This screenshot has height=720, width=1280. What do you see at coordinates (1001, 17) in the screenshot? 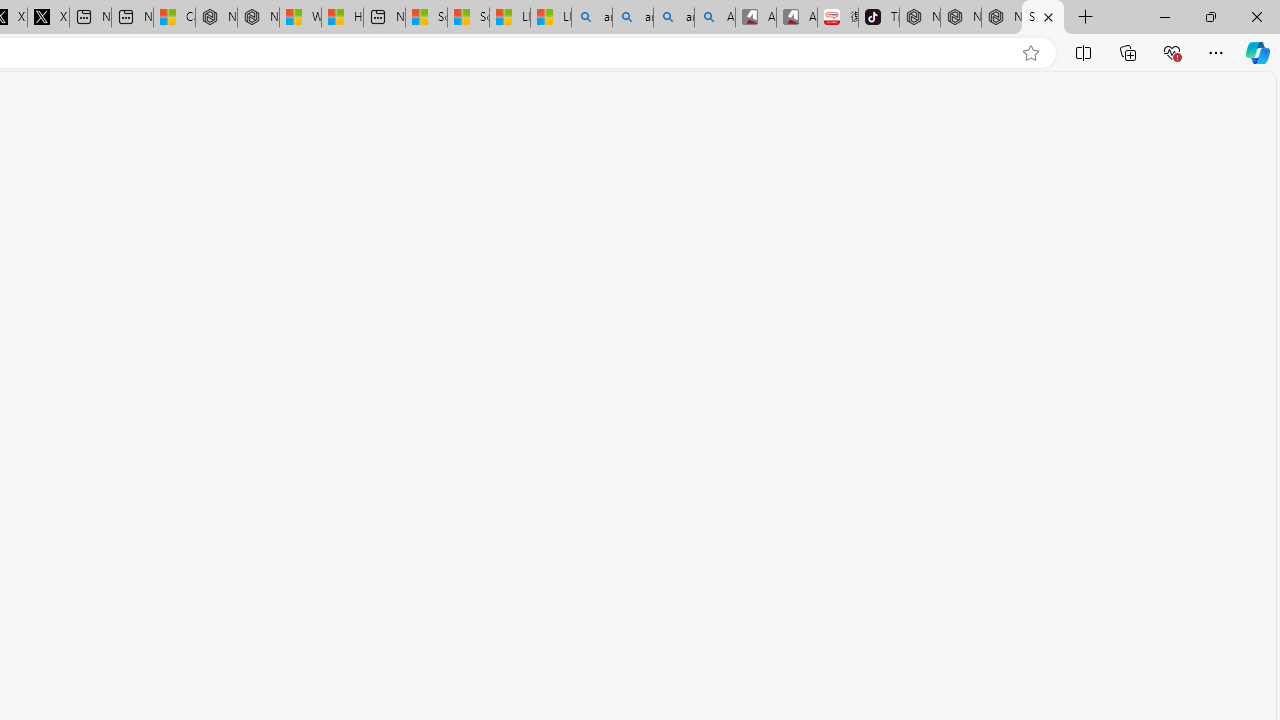
I see `'Nordace - Siena Pro 15 Essential Set'` at bounding box center [1001, 17].